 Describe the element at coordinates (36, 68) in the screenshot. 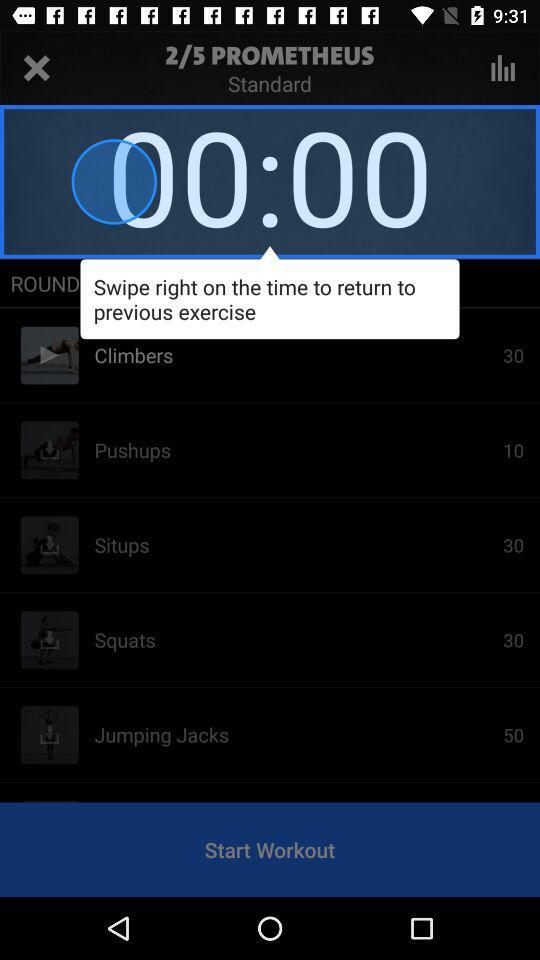

I see `the close icon` at that location.